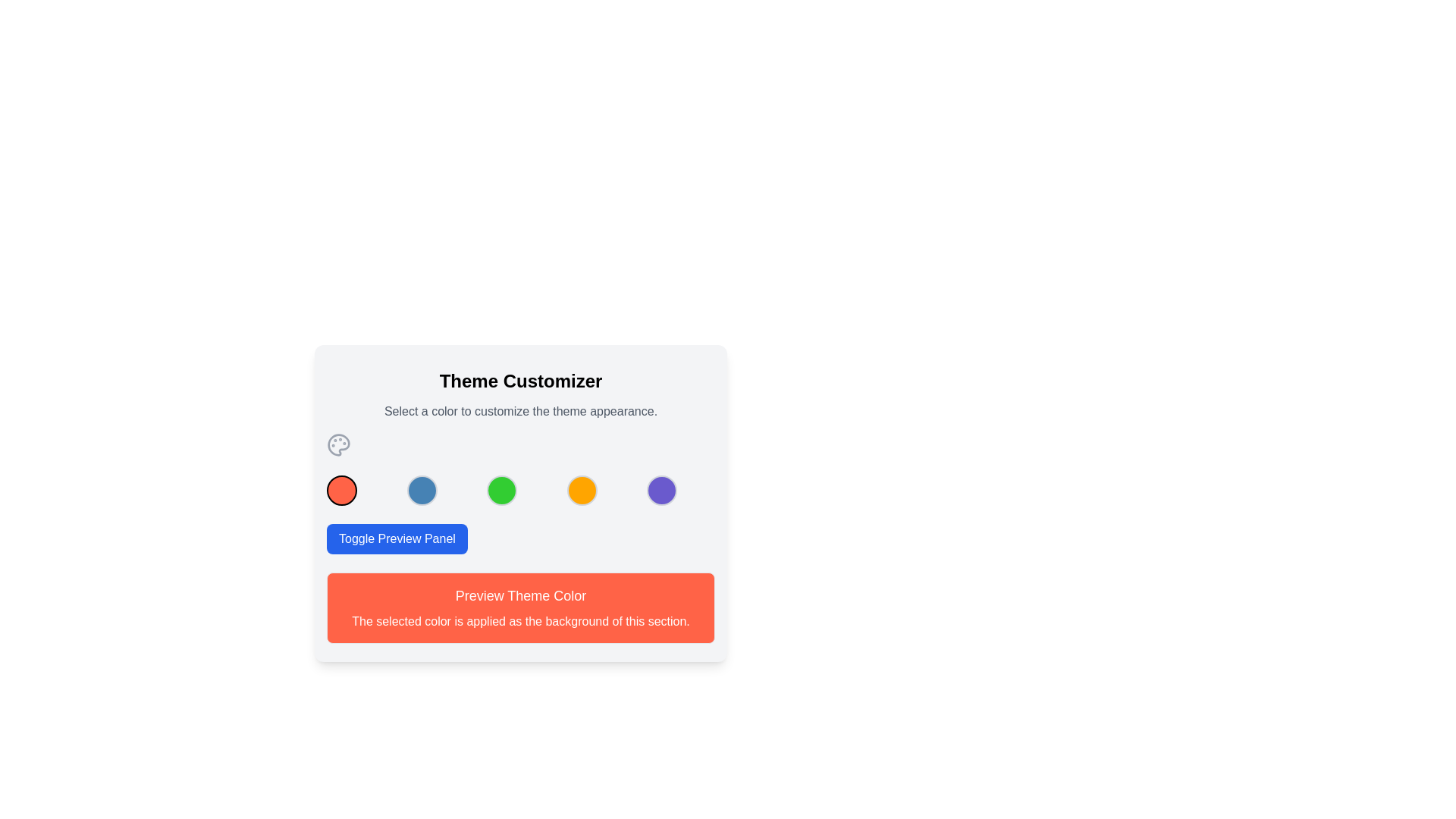 The height and width of the screenshot is (819, 1456). Describe the element at coordinates (520, 538) in the screenshot. I see `the toggle visibility button in the theme customizer` at that location.